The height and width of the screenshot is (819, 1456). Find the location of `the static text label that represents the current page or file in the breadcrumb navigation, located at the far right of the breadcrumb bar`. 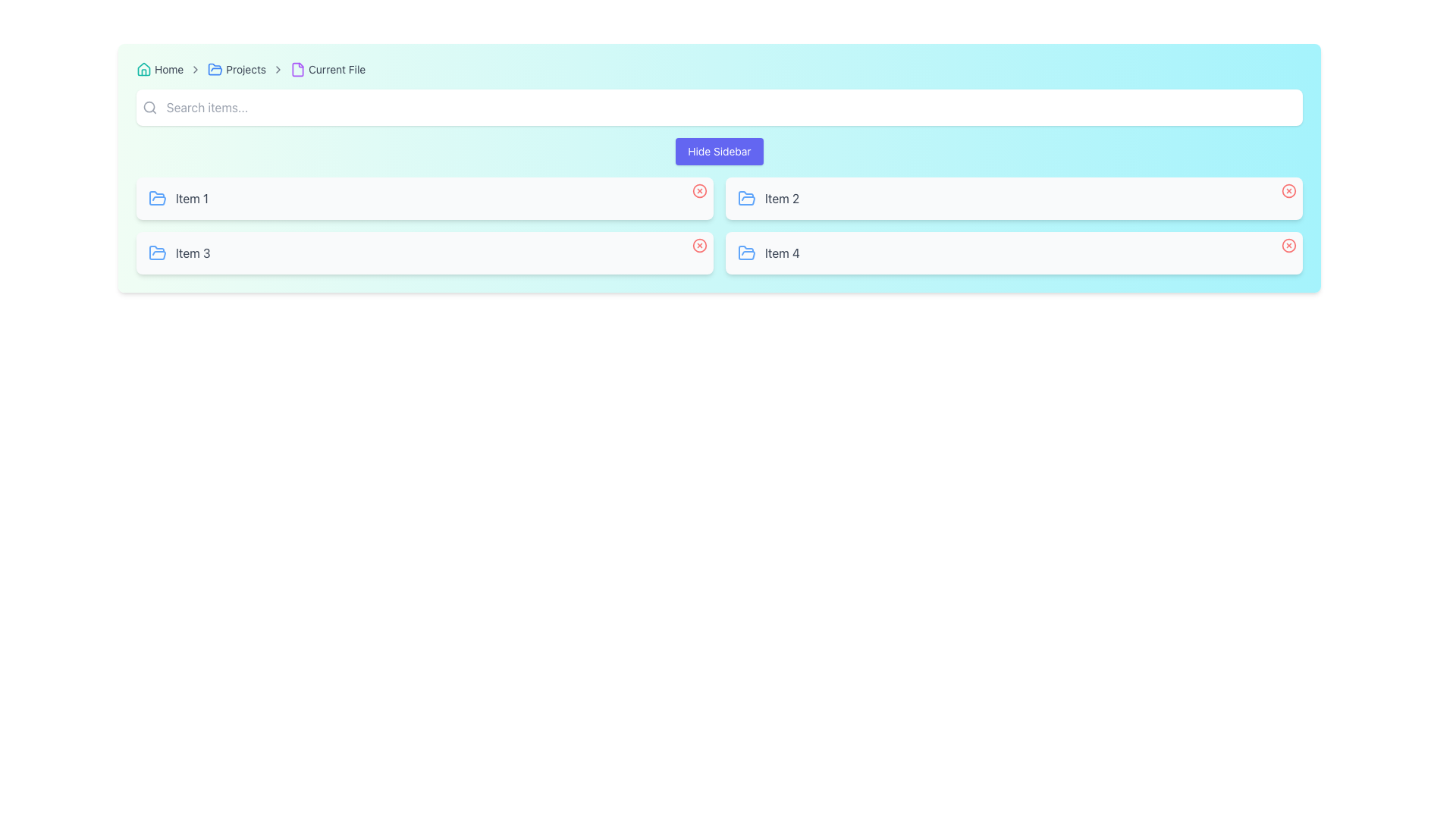

the static text label that represents the current page or file in the breadcrumb navigation, located at the far right of the breadcrumb bar is located at coordinates (336, 70).